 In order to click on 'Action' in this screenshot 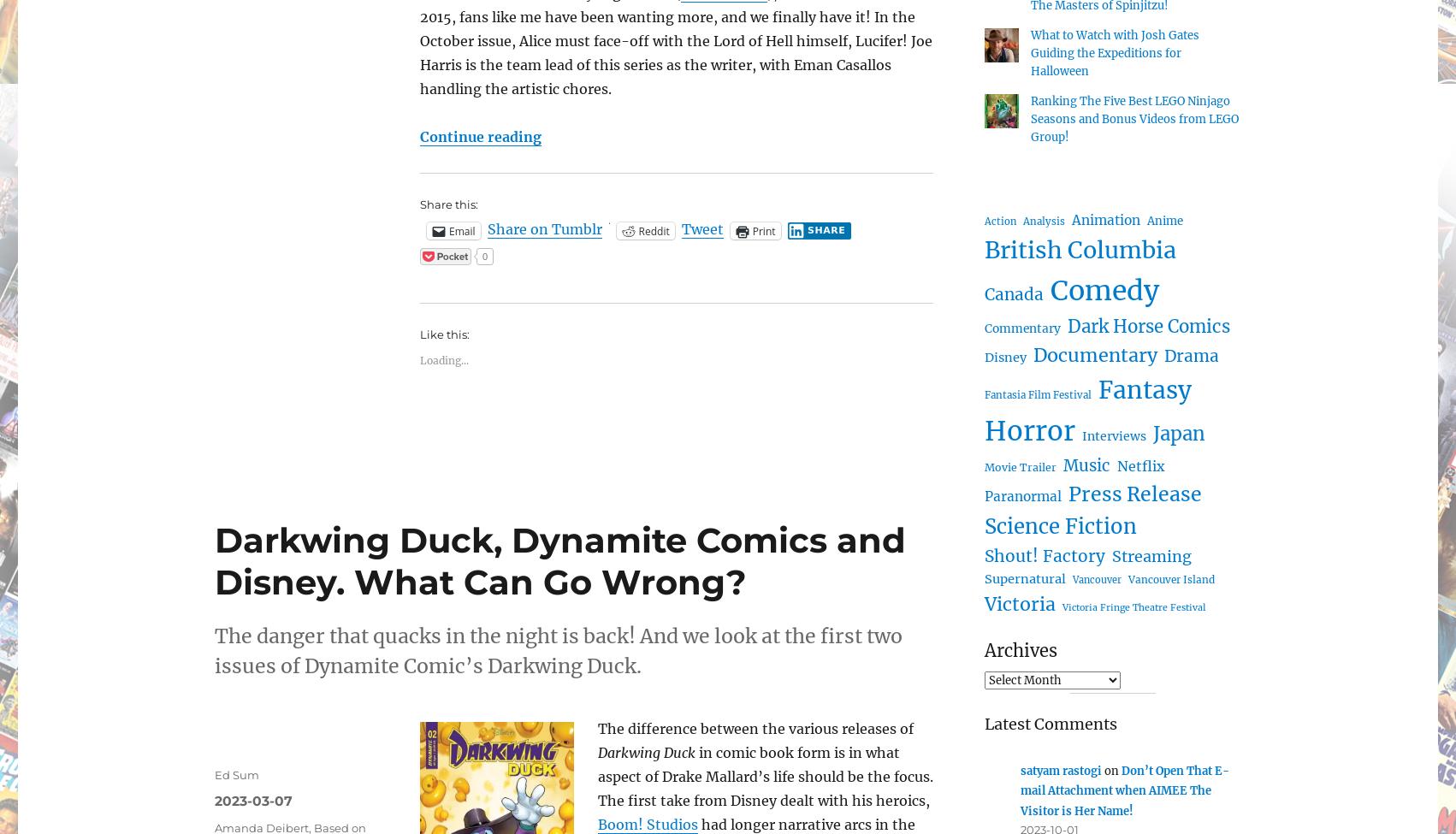, I will do `click(1000, 221)`.